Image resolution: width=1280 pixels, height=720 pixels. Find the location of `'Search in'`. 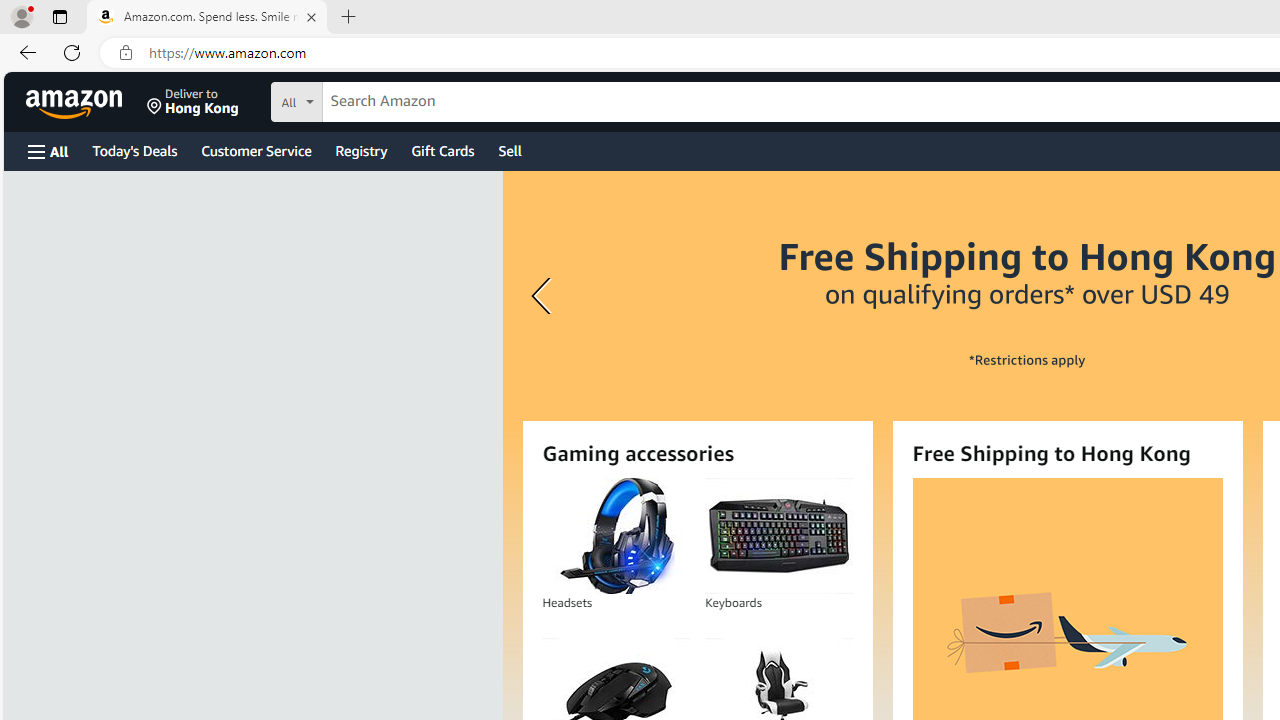

'Search in' is located at coordinates (371, 99).